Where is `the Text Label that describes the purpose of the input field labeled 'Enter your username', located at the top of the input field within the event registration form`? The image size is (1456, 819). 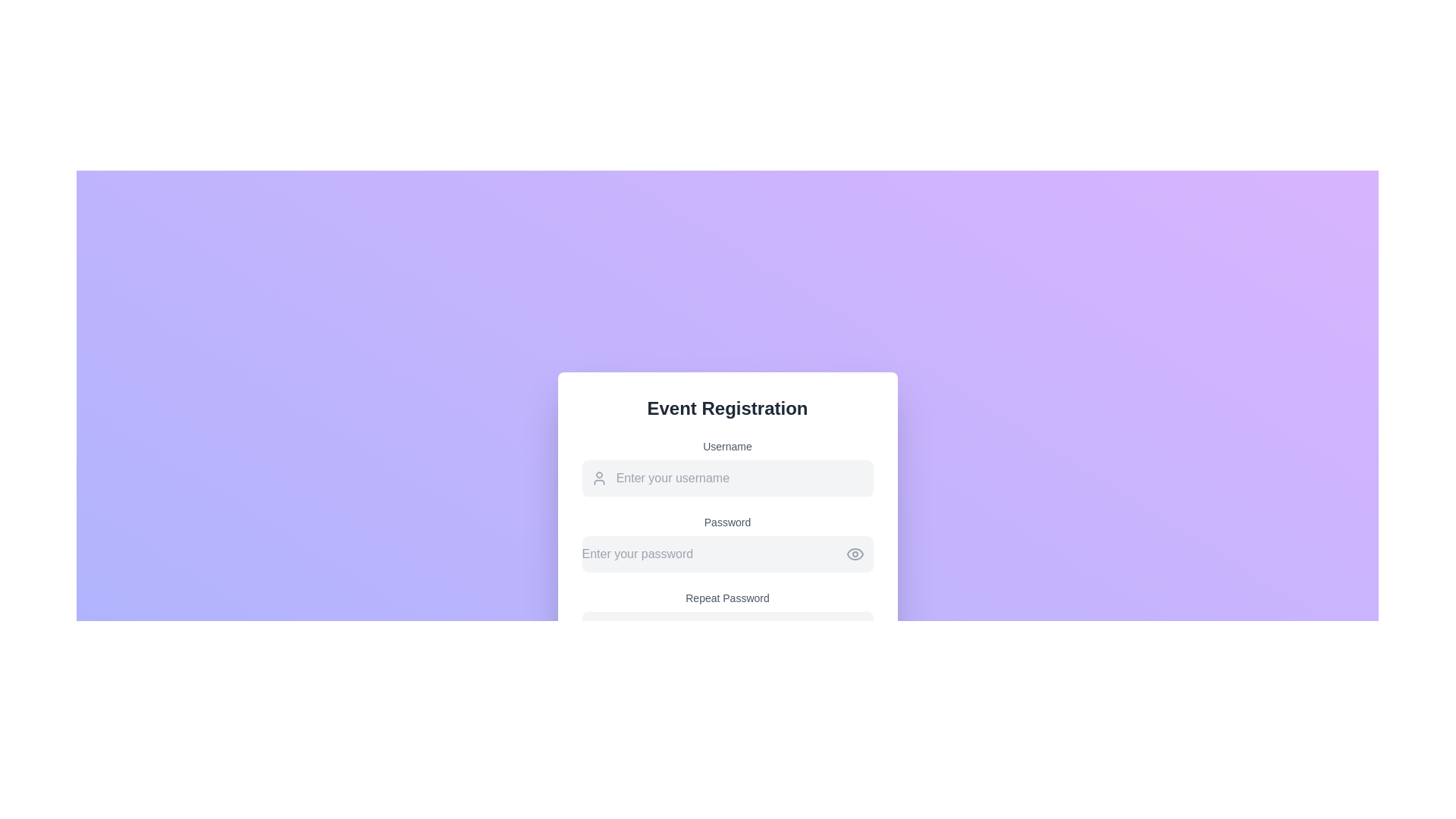
the Text Label that describes the purpose of the input field labeled 'Enter your username', located at the top of the input field within the event registration form is located at coordinates (726, 446).